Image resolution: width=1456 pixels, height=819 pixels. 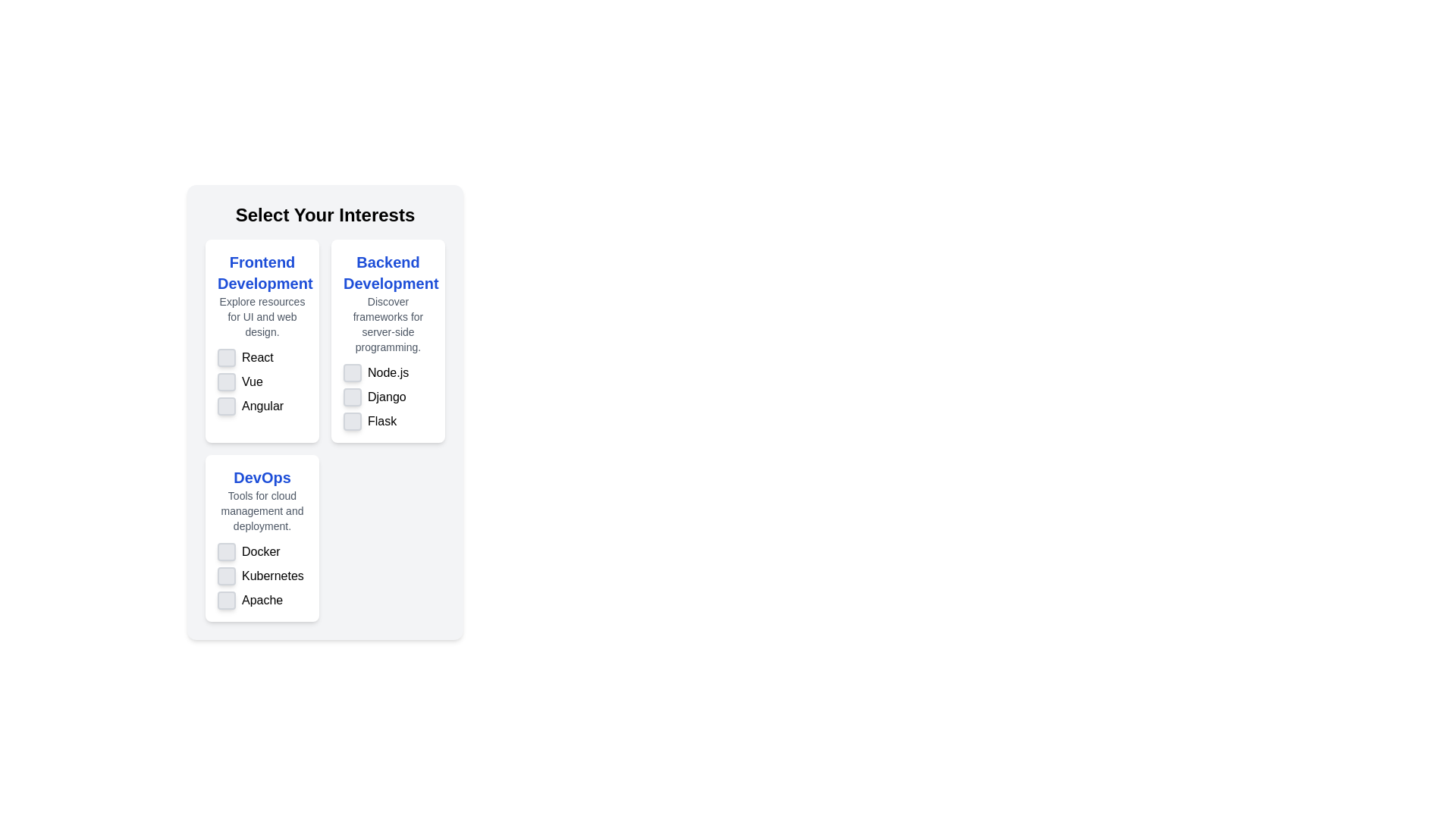 What do you see at coordinates (388, 341) in the screenshot?
I see `the checkbox associated with the item 'Node.js' in the informational card titled 'Backend Development'` at bounding box center [388, 341].